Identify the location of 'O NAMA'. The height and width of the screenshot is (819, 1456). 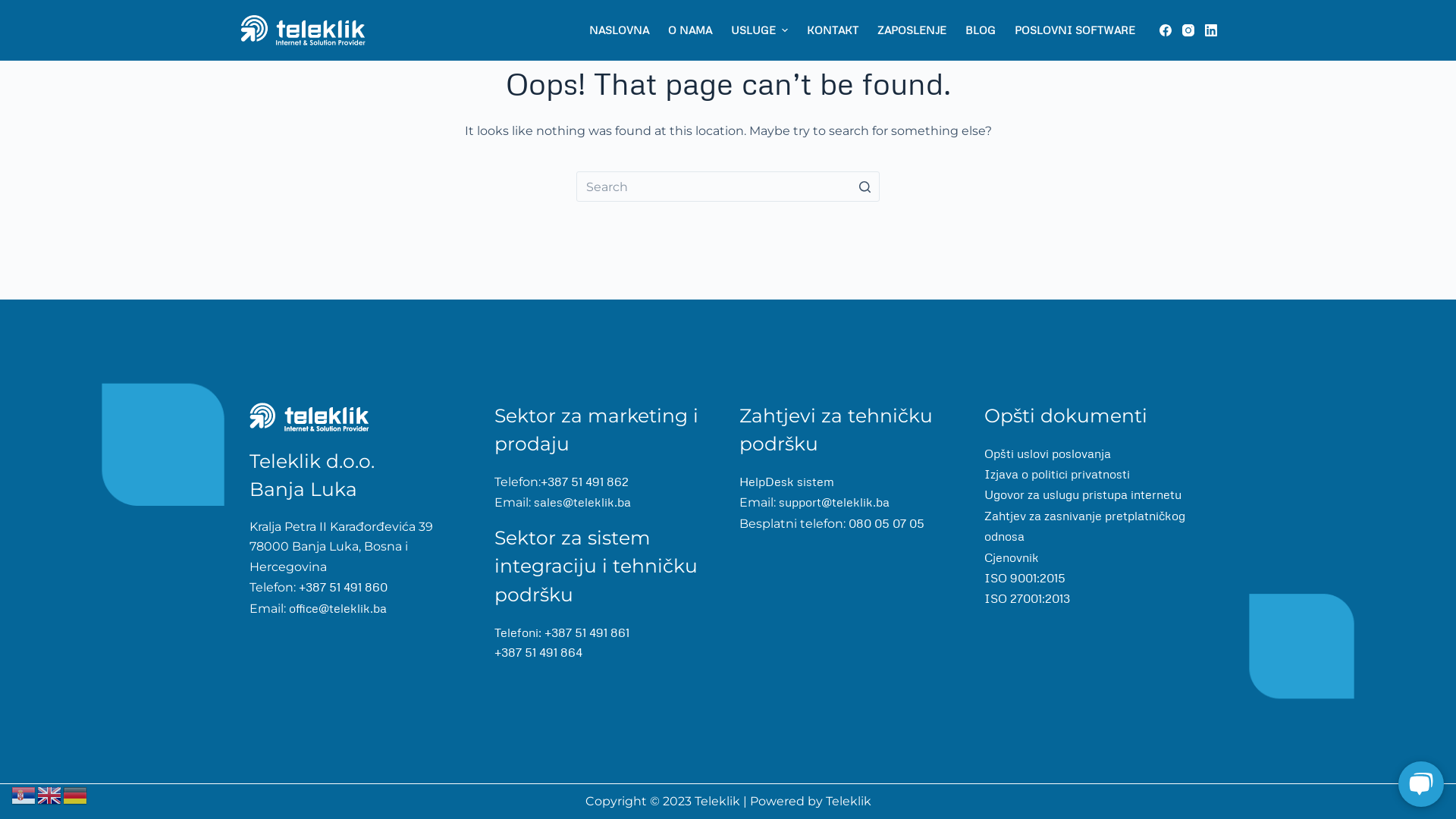
(689, 30).